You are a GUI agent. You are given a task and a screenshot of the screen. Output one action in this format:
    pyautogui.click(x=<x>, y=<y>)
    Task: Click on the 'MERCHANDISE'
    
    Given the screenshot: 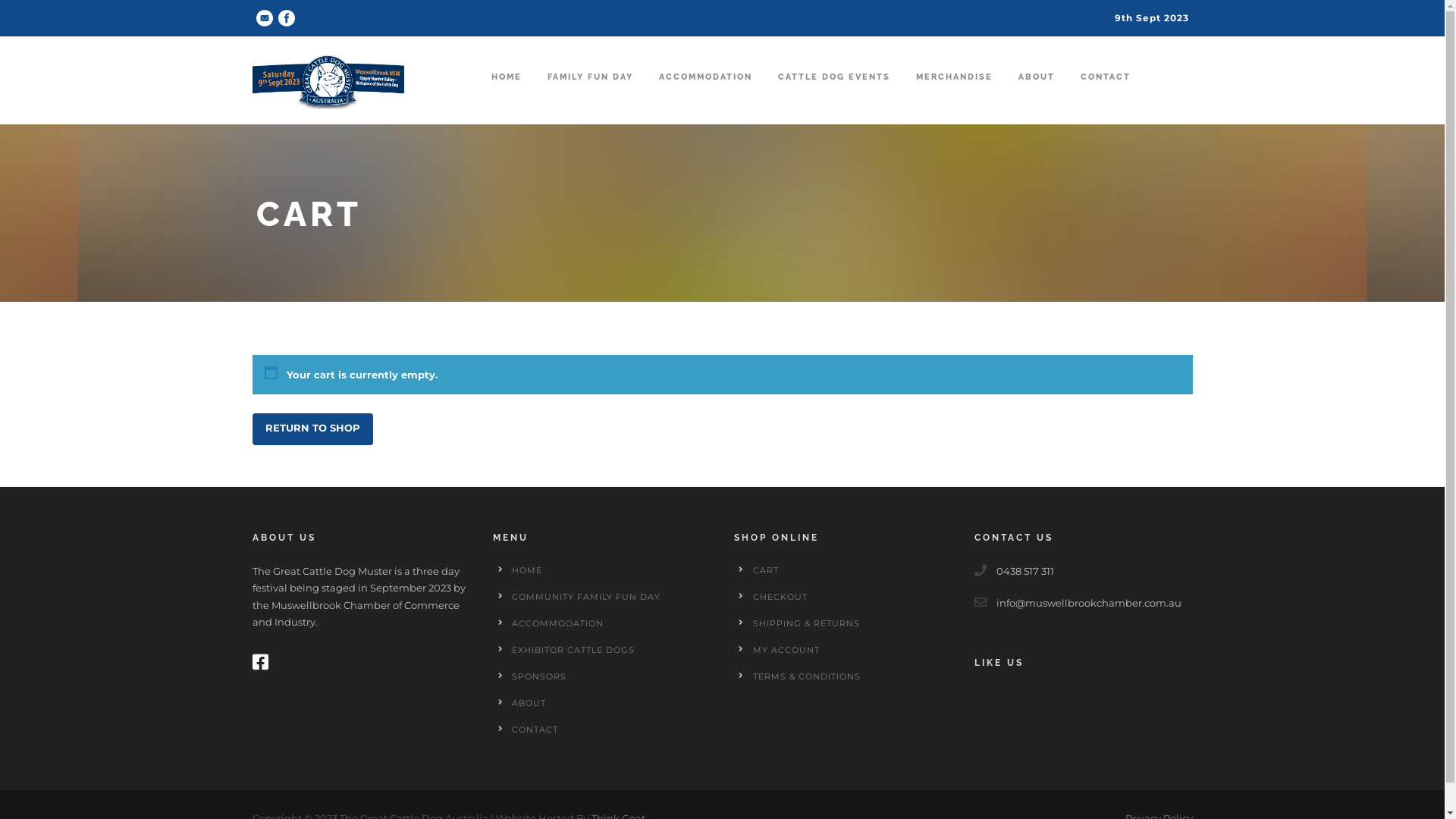 What is the action you would take?
    pyautogui.click(x=953, y=92)
    